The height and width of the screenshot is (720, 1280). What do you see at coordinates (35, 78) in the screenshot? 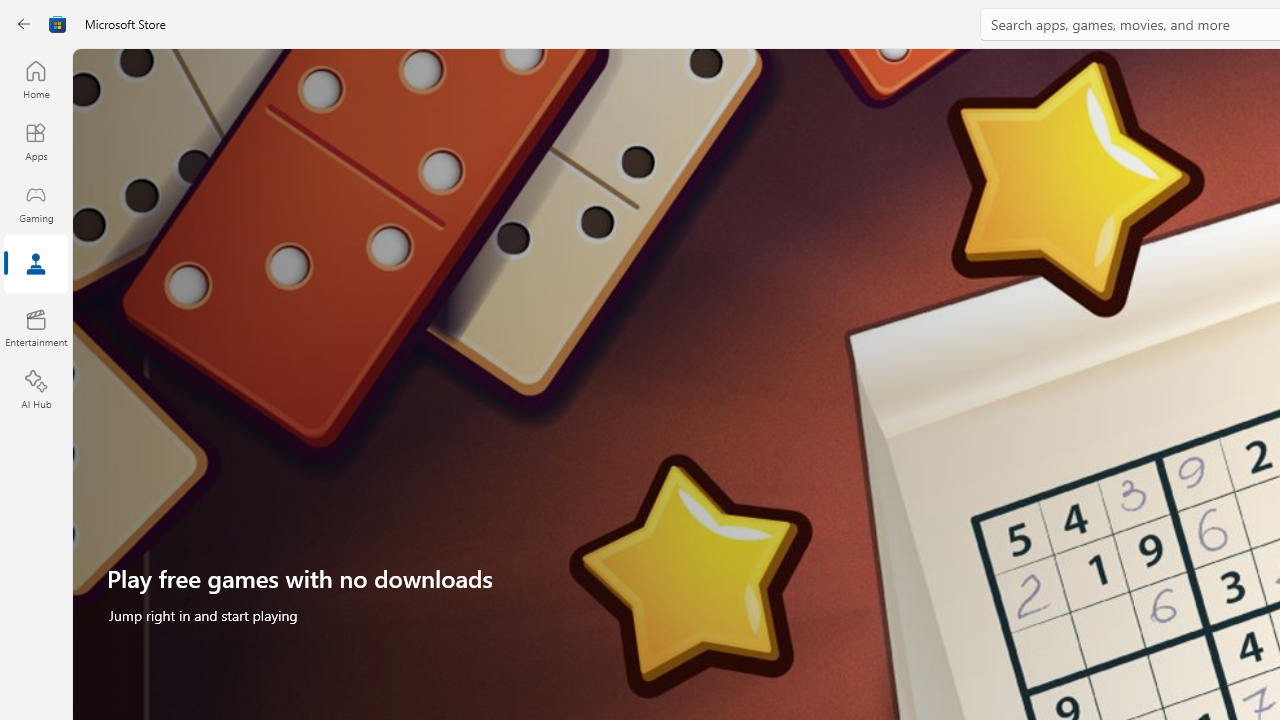
I see `'Home'` at bounding box center [35, 78].